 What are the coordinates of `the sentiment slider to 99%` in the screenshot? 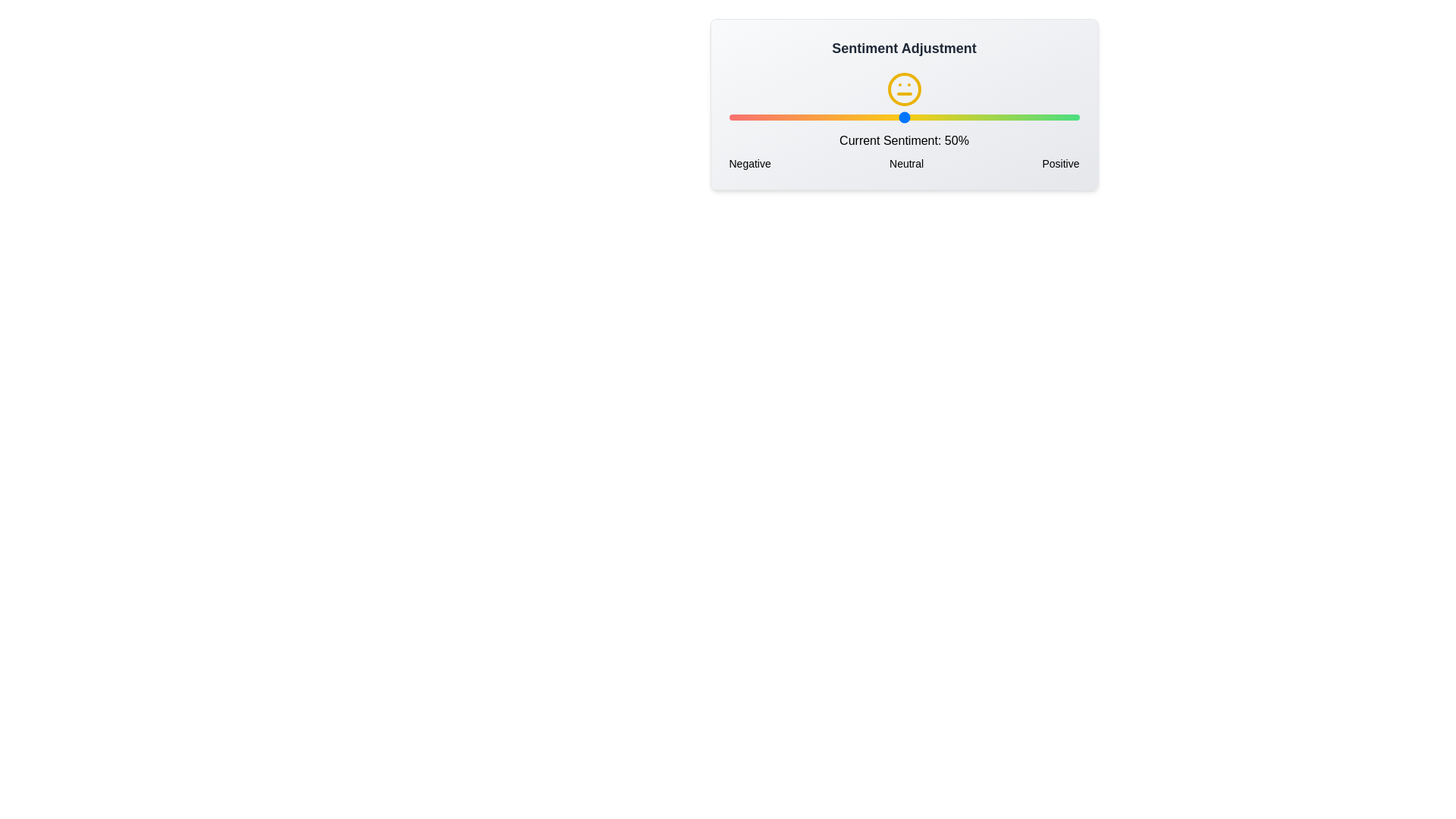 It's located at (1075, 116).